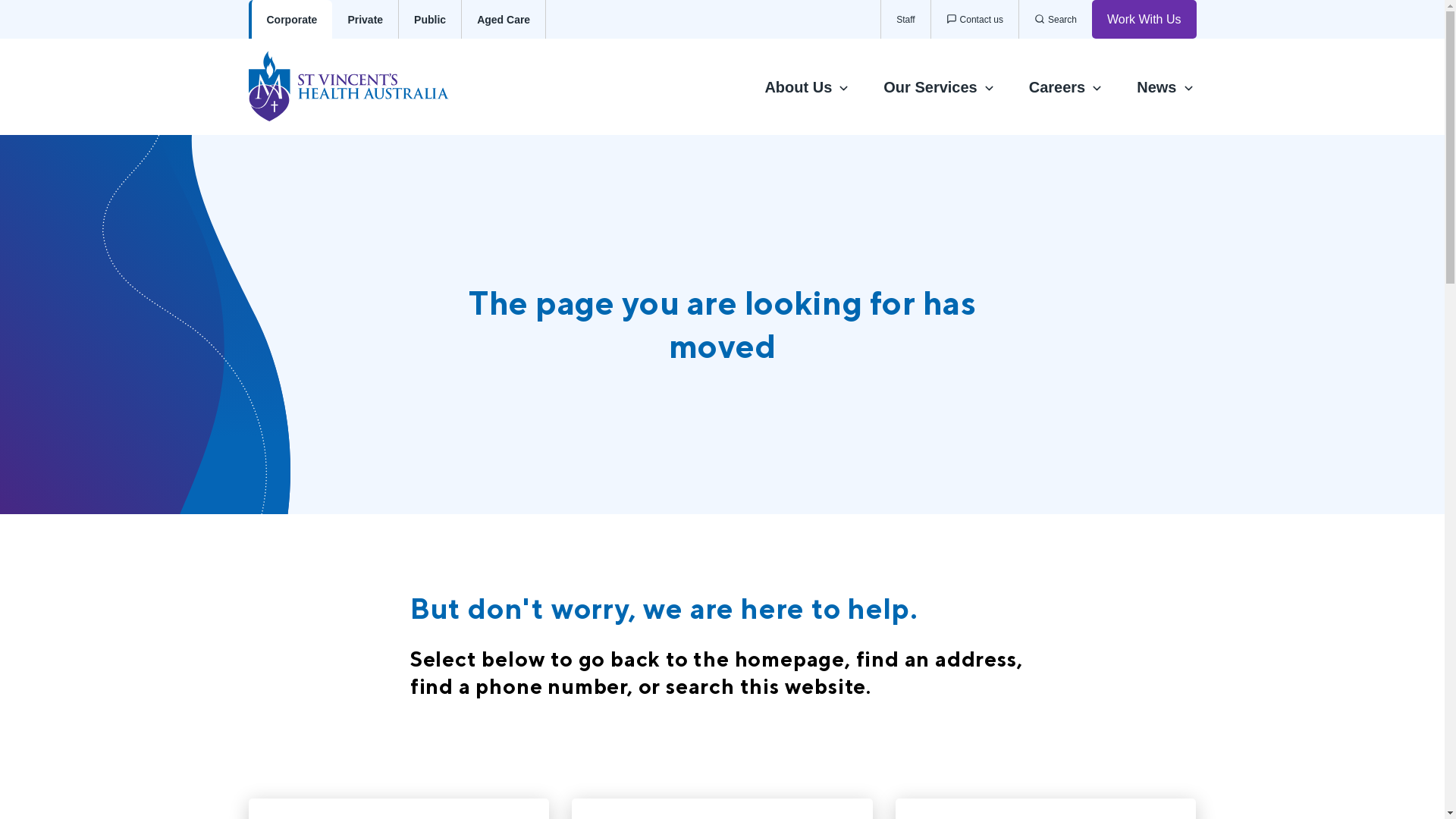 Image resolution: width=1456 pixels, height=819 pixels. Describe the element at coordinates (364, 86) in the screenshot. I see `'St Vincents Health Australia'` at that location.